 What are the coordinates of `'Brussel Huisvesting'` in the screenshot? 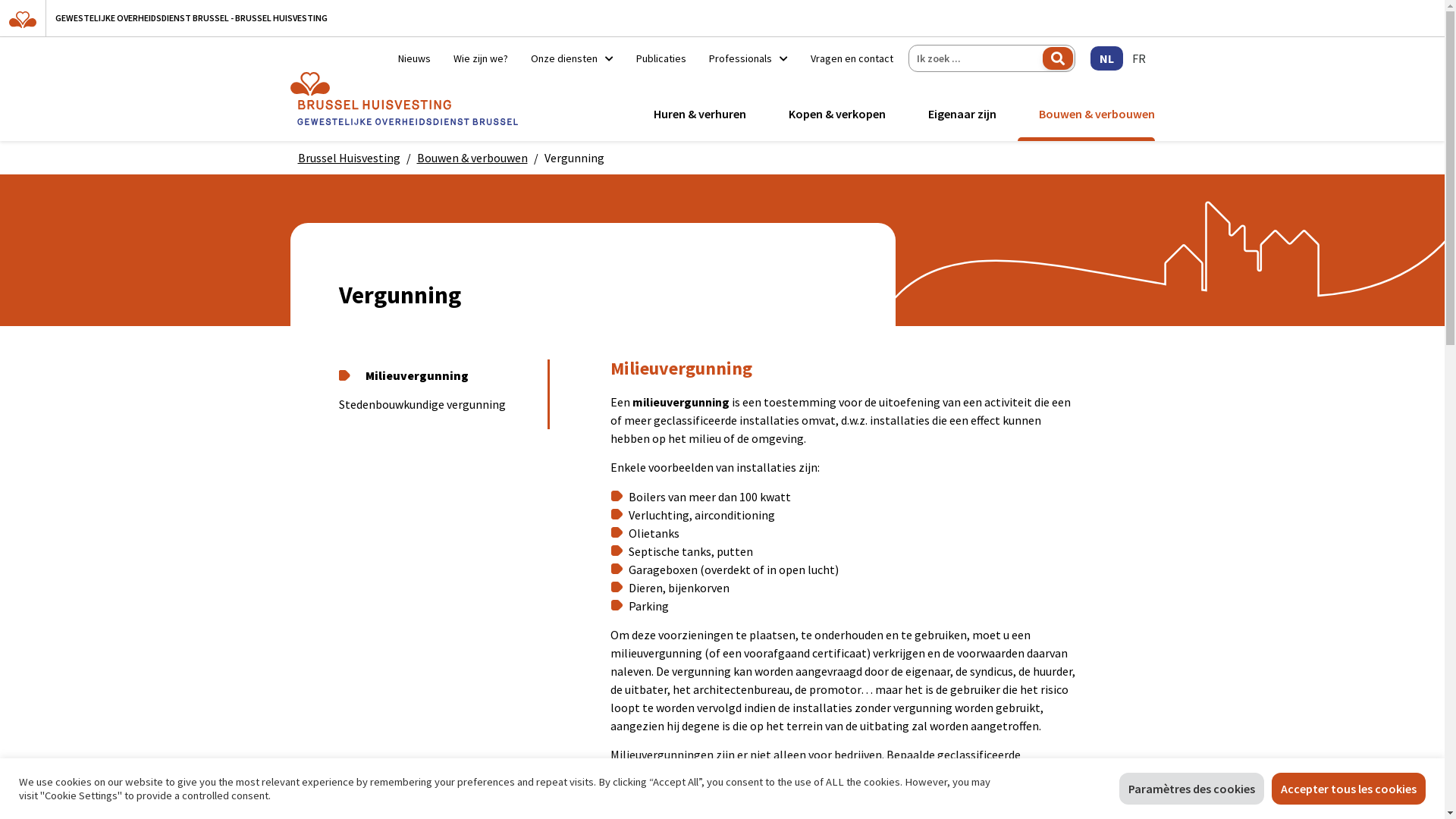 It's located at (297, 158).